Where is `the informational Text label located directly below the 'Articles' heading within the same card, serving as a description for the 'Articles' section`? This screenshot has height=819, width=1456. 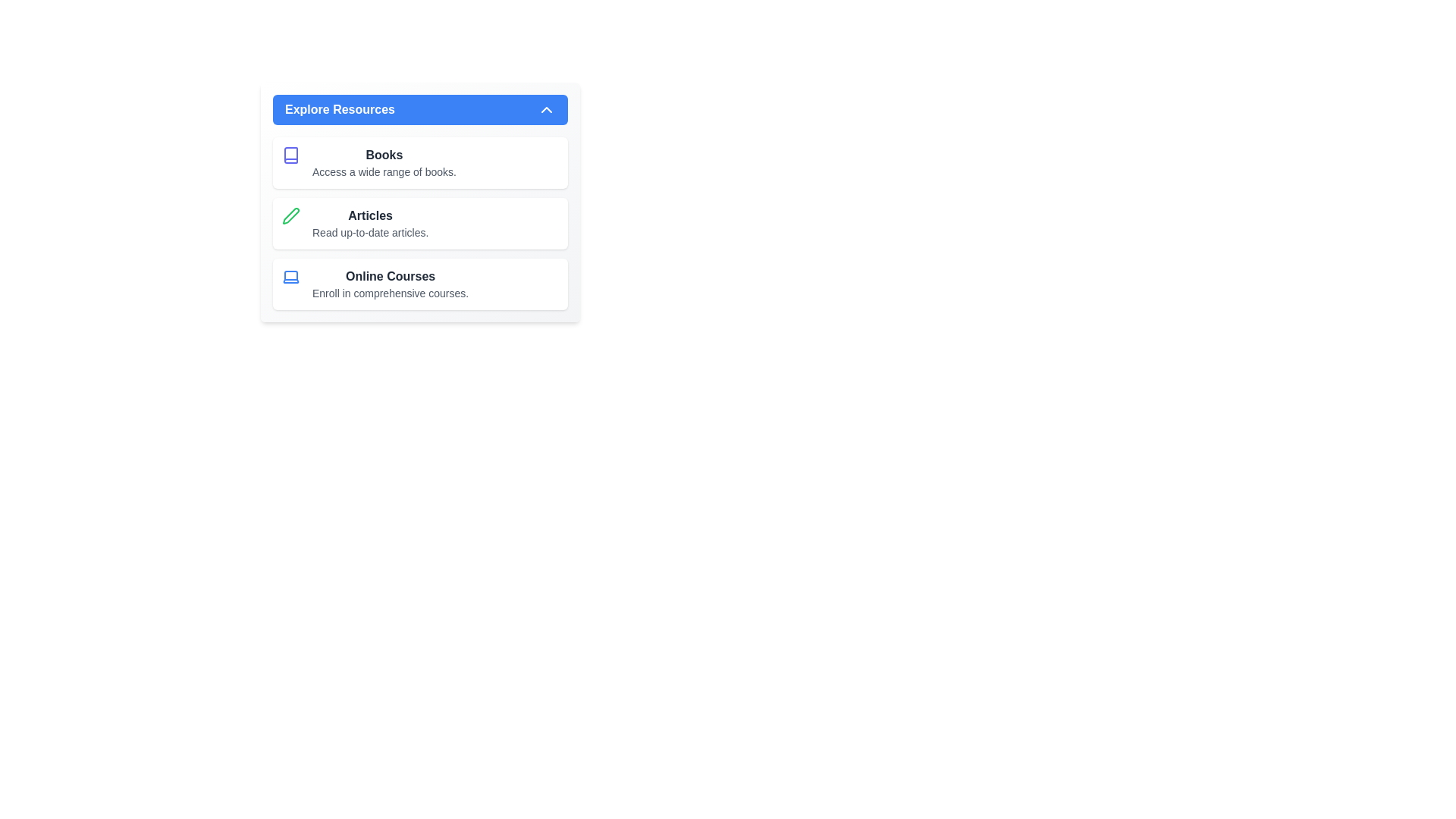
the informational Text label located directly below the 'Articles' heading within the same card, serving as a description for the 'Articles' section is located at coordinates (370, 233).